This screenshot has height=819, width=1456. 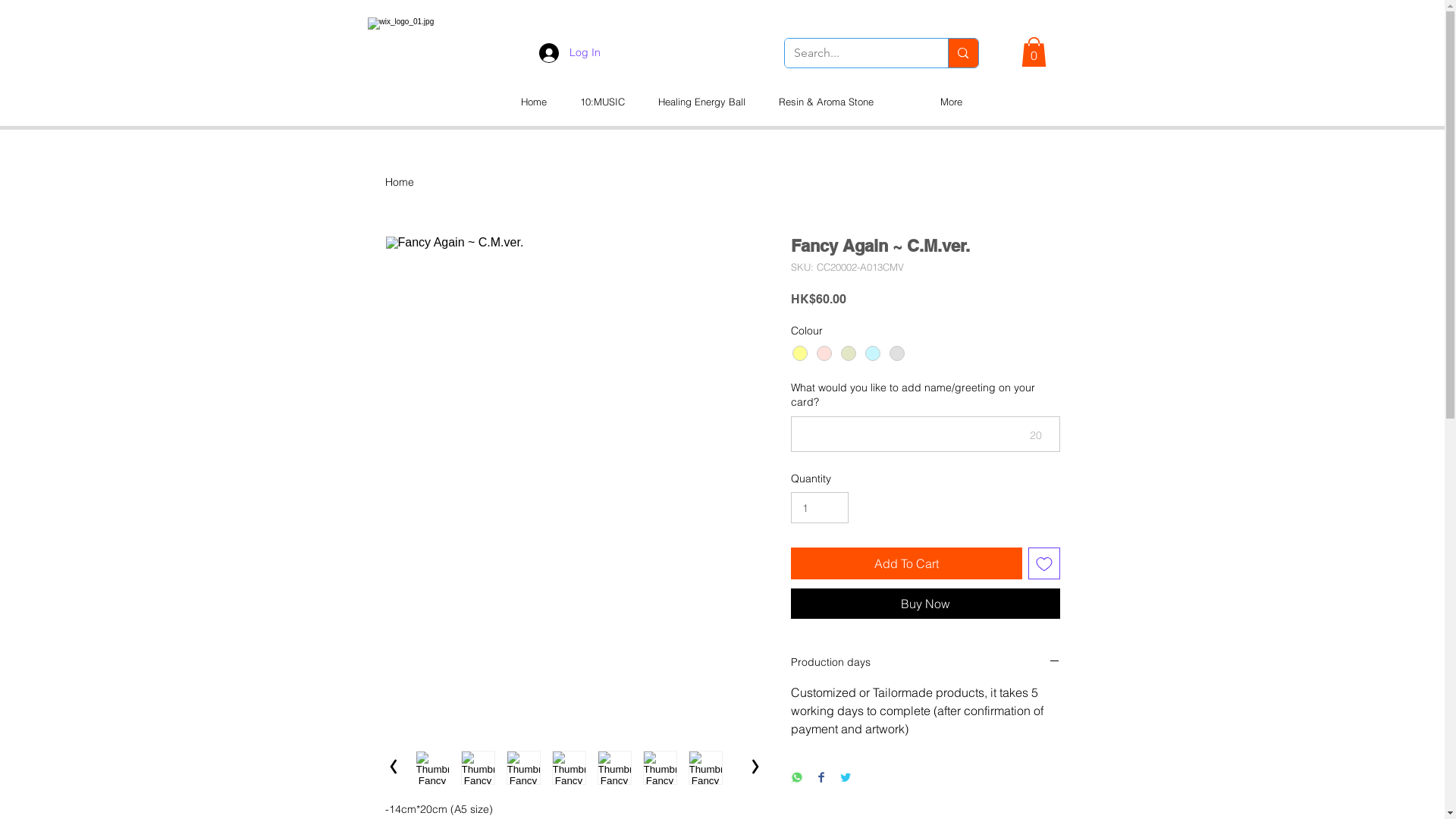 I want to click on 'Add To Cart', so click(x=905, y=563).